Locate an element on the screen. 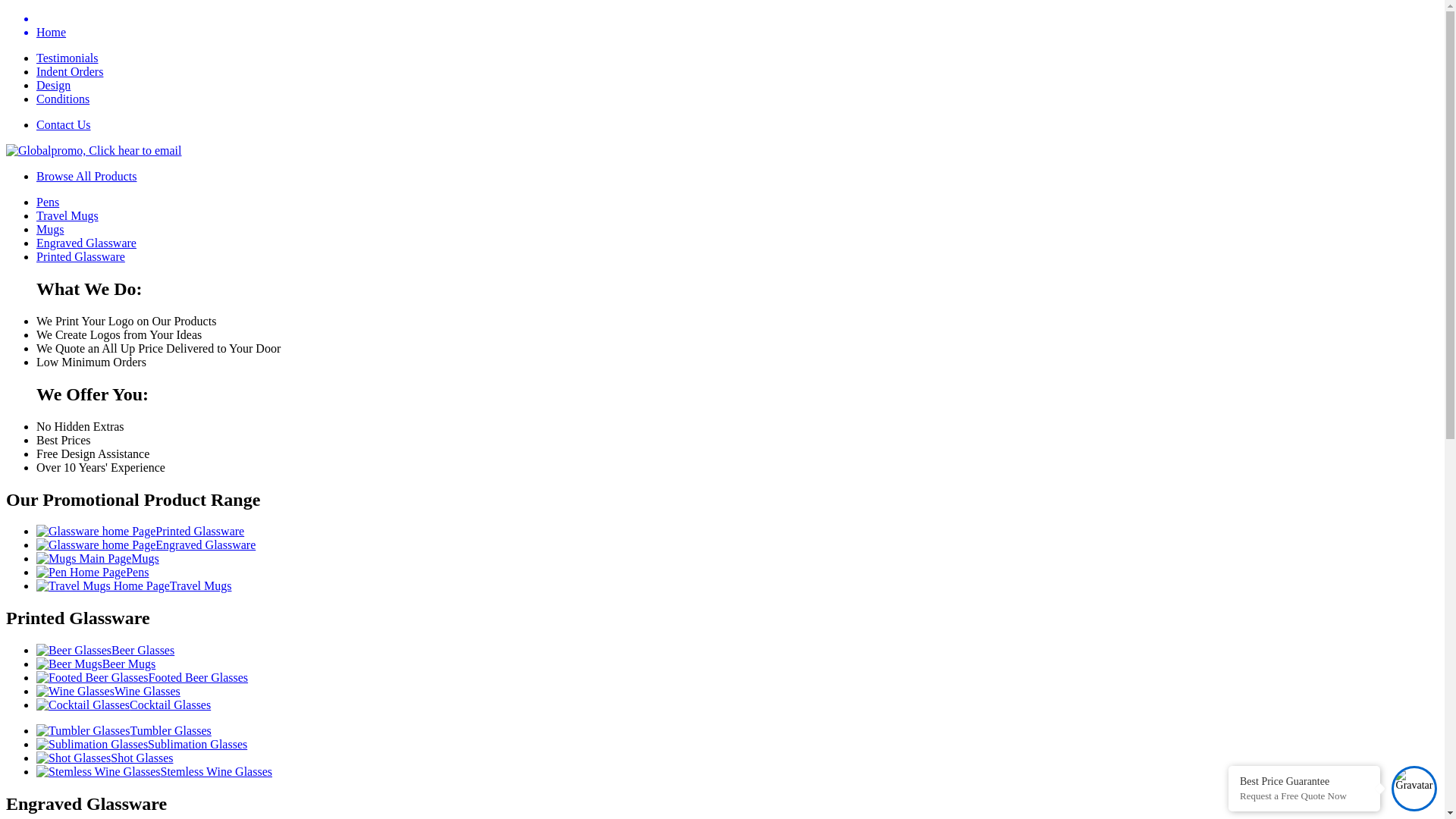 The height and width of the screenshot is (819, 1456). 'Engraved Glassware' is located at coordinates (36, 544).